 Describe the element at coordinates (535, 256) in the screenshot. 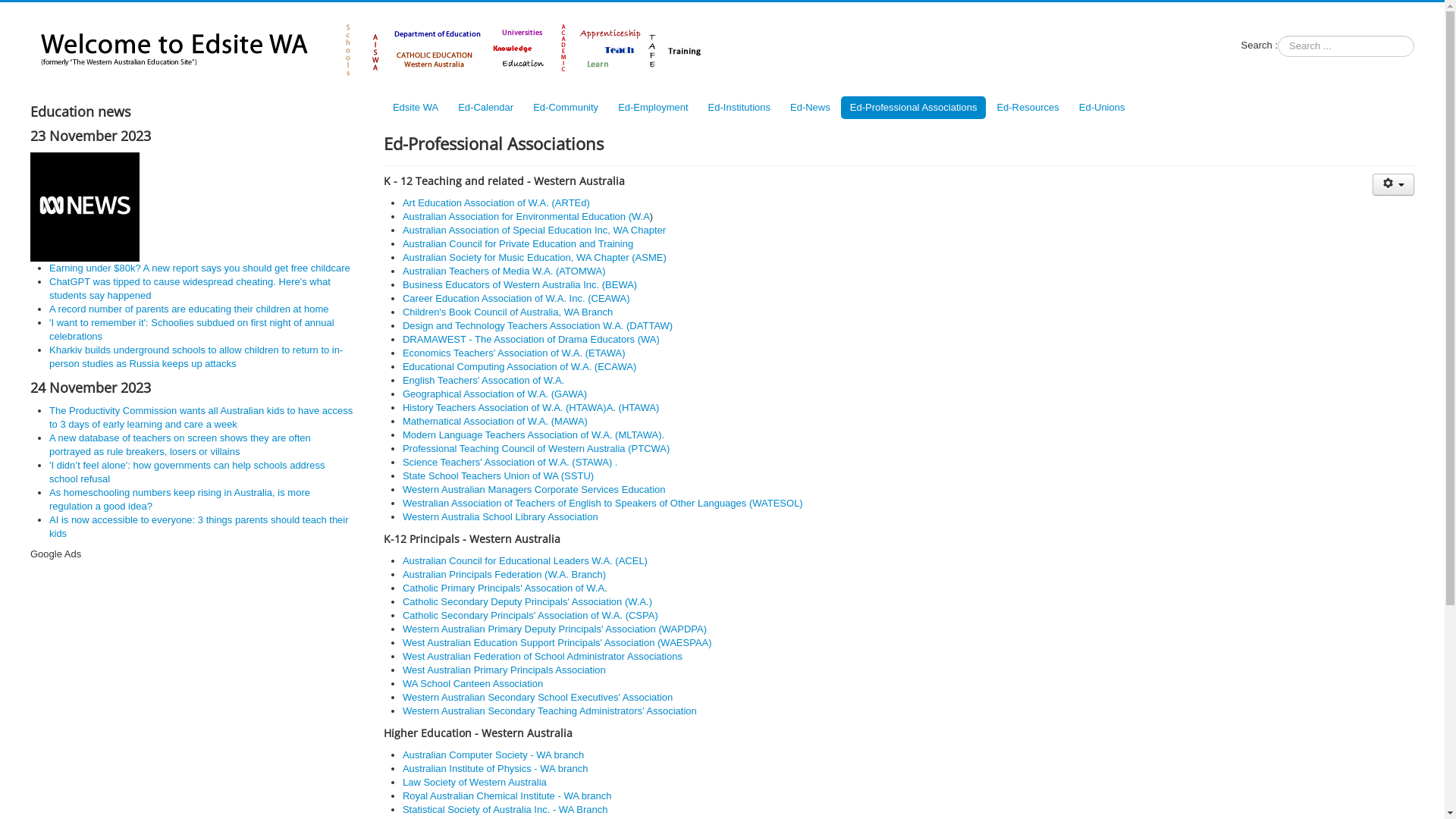

I see `'Australian Society for Music Education, WA Chapter (ASME)'` at that location.